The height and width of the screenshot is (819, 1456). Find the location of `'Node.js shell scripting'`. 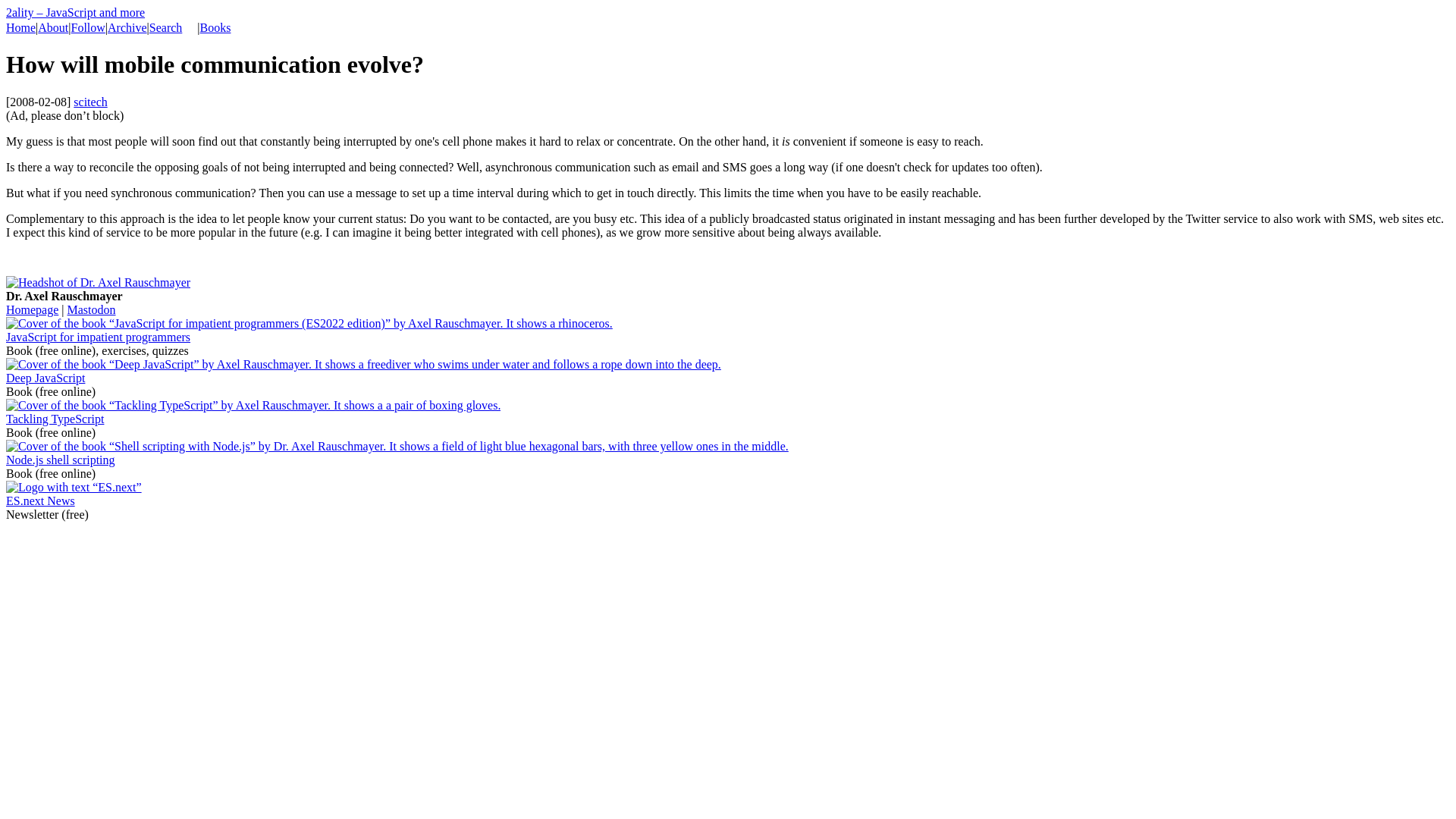

'Node.js shell scripting' is located at coordinates (6, 459).